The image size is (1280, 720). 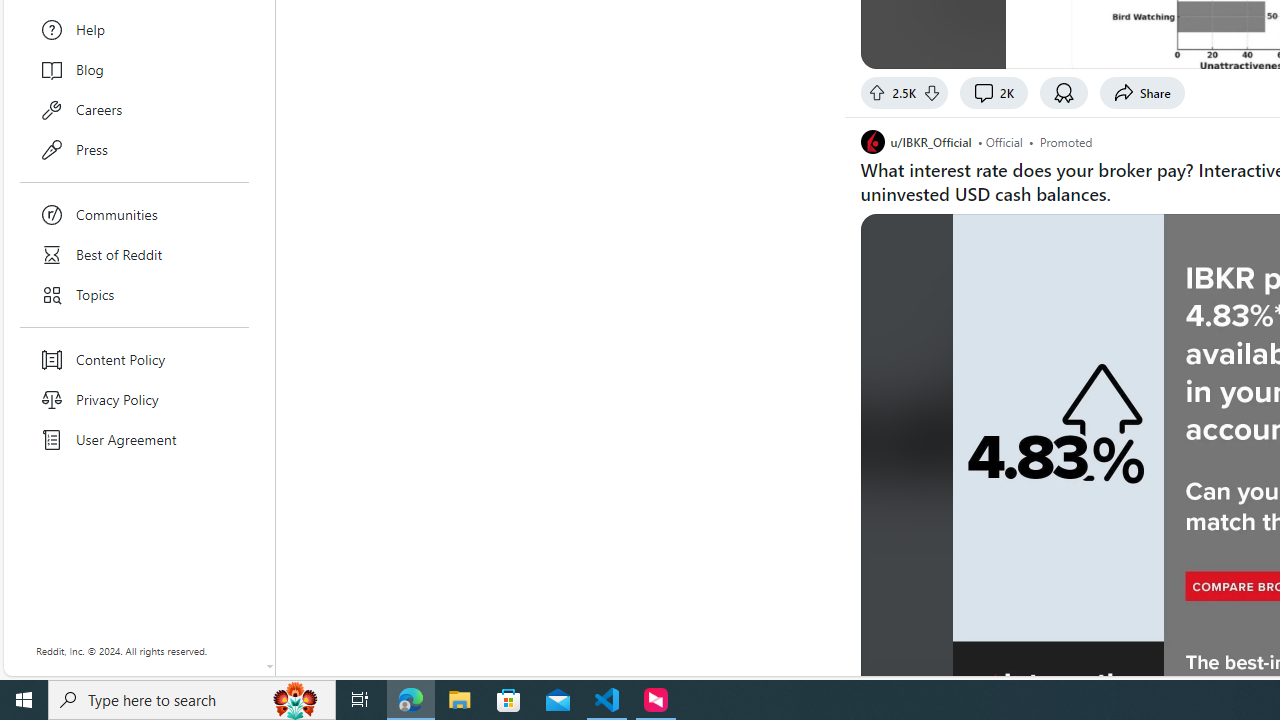 I want to click on 'User Agreement', so click(x=134, y=438).